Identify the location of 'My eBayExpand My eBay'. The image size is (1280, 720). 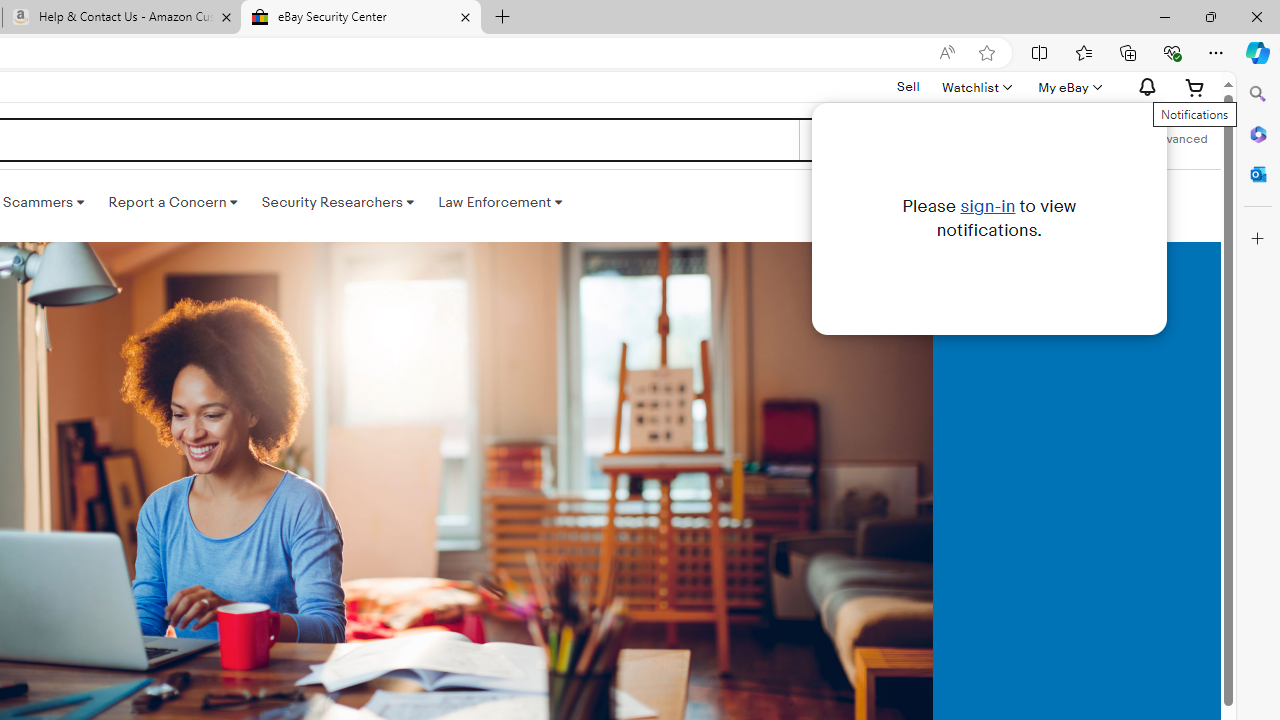
(1067, 86).